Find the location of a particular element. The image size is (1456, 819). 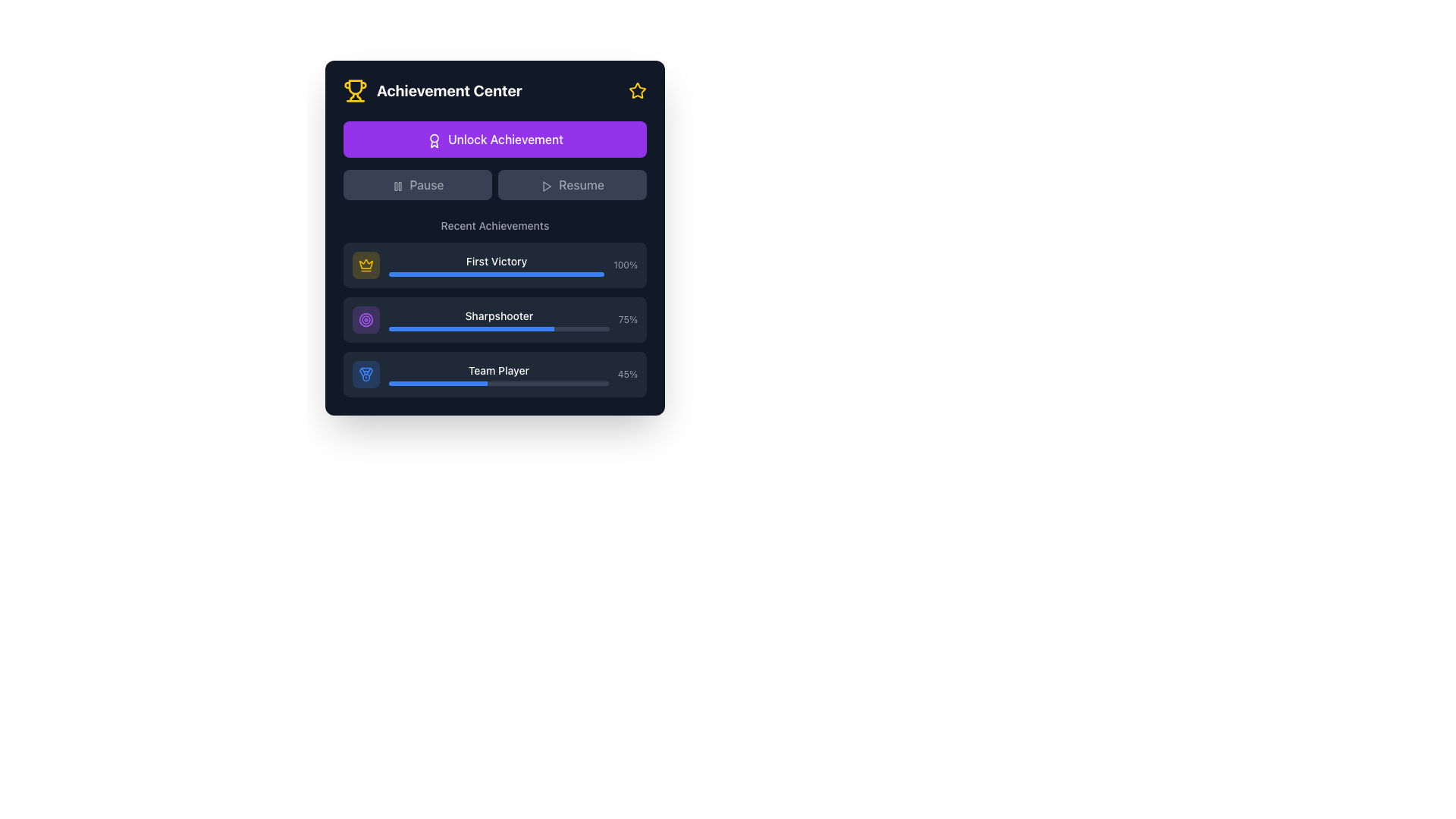

the second achievement display row in the 'Recent Achievements' section is located at coordinates (494, 318).